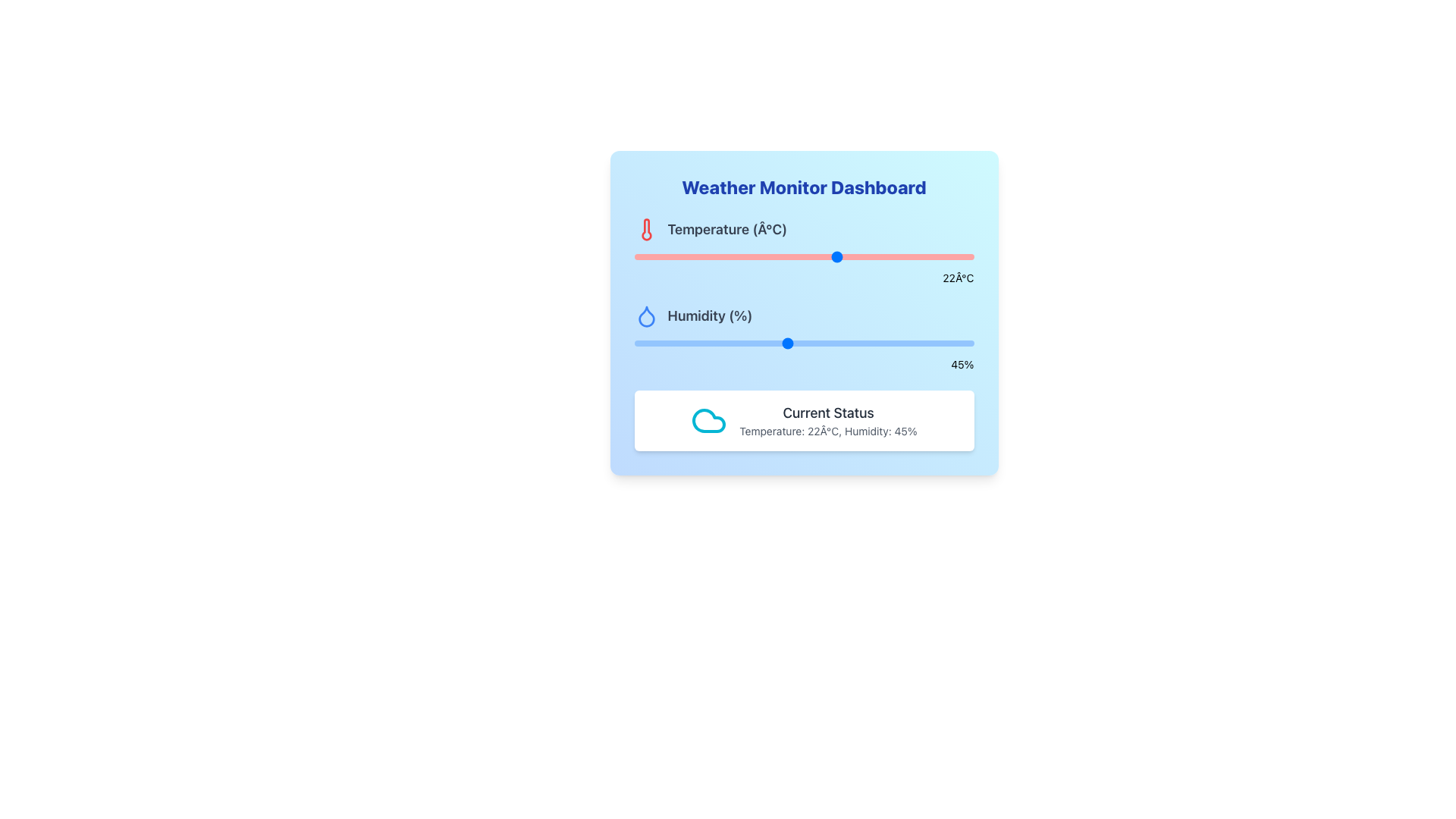 The image size is (1456, 819). Describe the element at coordinates (827, 421) in the screenshot. I see `the textual display component that shows 'Current Status' and 'Temperature: 22Â°C, Humidity: 45%'` at that location.